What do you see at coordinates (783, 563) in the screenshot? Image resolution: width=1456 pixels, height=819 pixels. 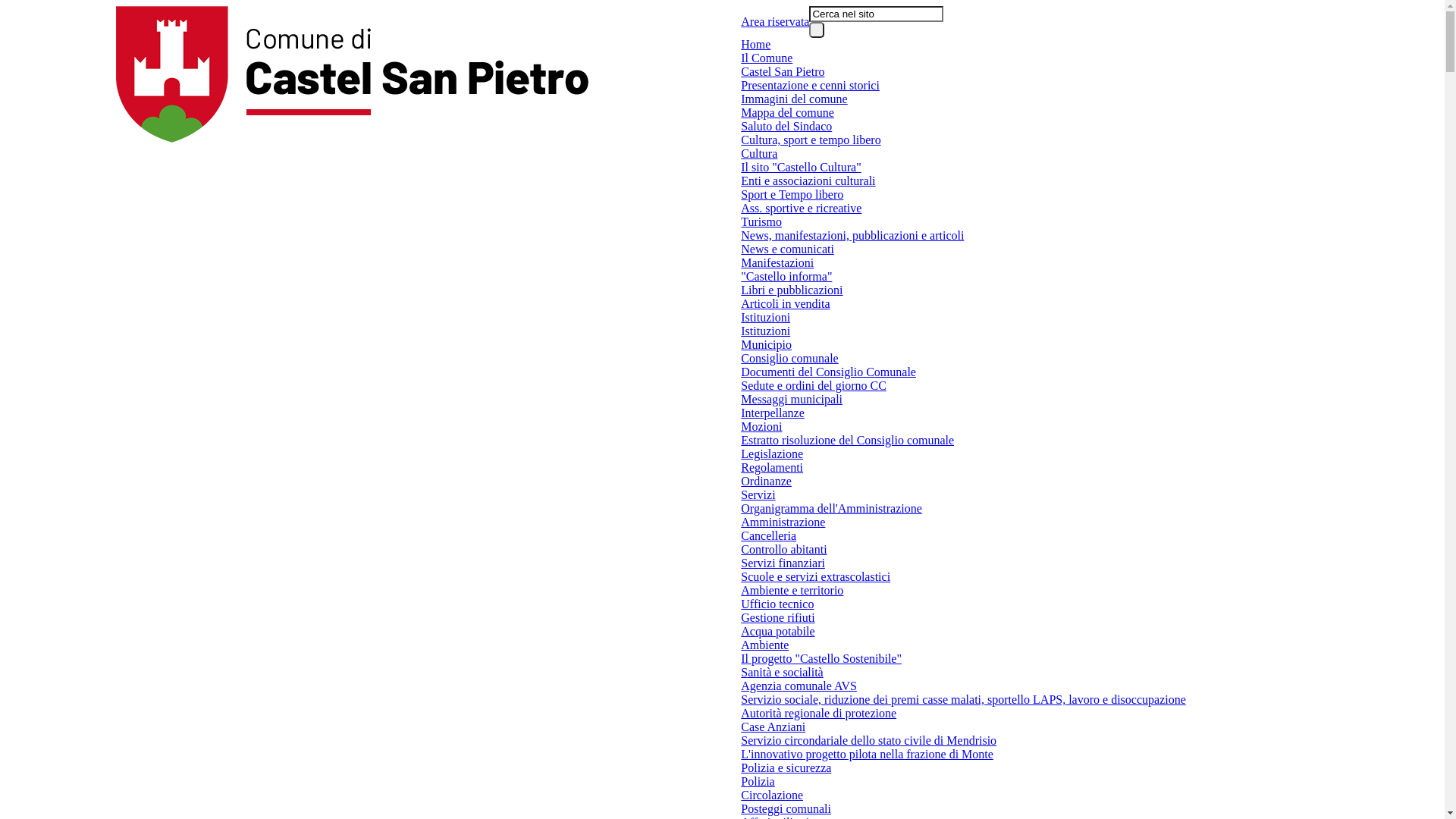 I see `'Servizi finanziari'` at bounding box center [783, 563].